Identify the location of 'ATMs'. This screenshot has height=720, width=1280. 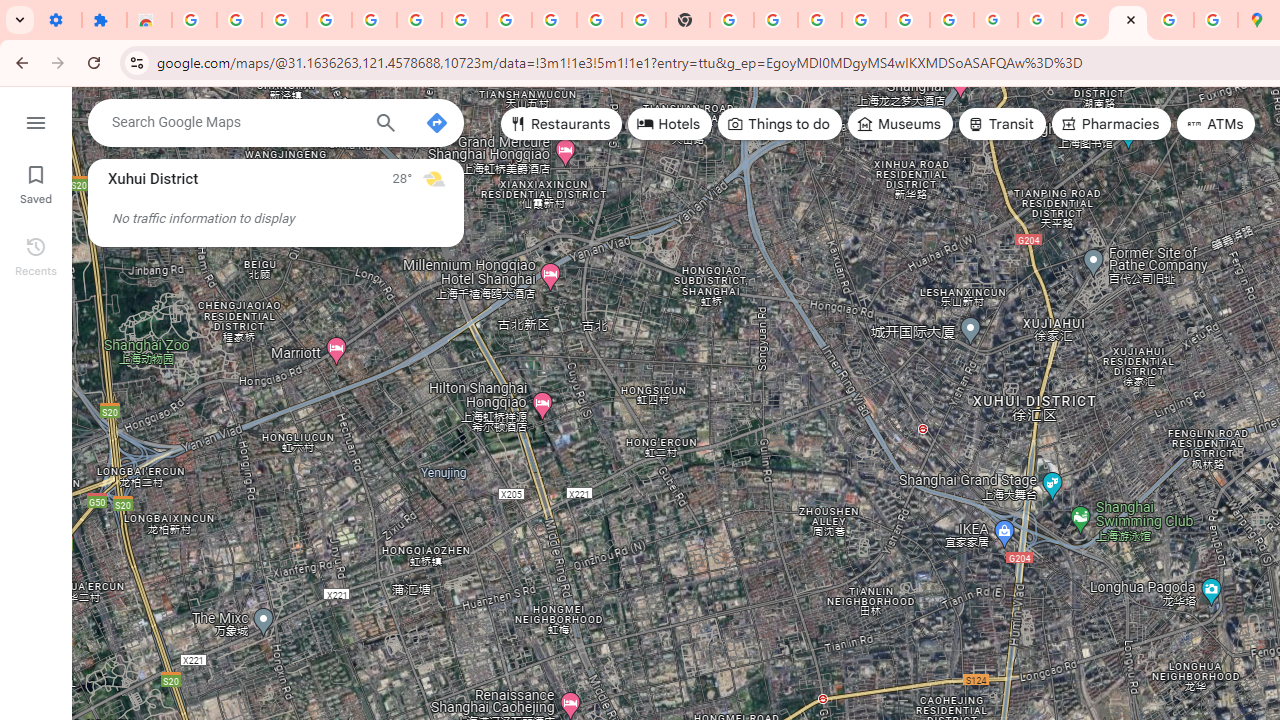
(1215, 124).